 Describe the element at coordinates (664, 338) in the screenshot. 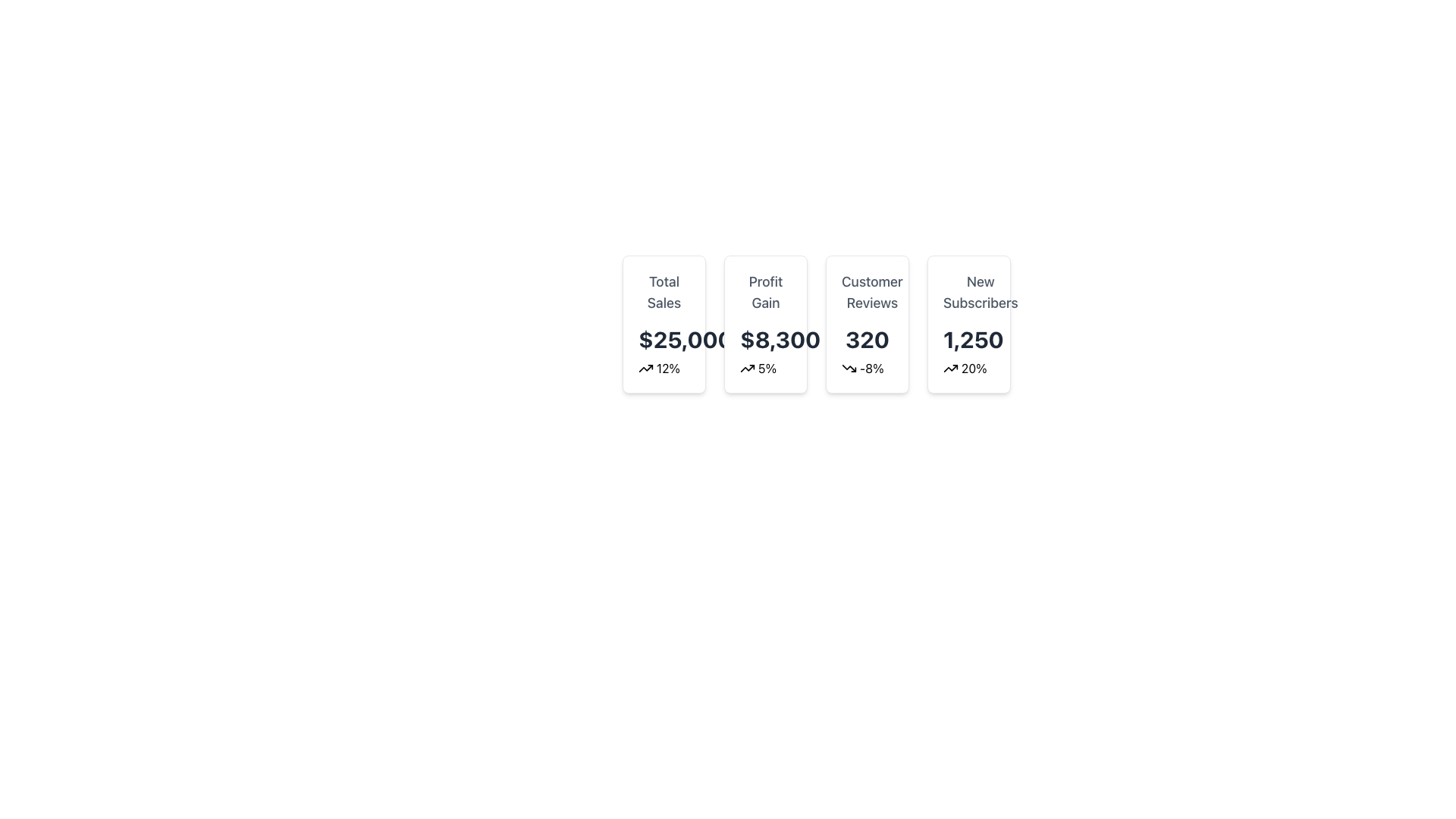

I see `the large, bold numerical value '$25,000' located in the 'Total Sales' card` at that location.